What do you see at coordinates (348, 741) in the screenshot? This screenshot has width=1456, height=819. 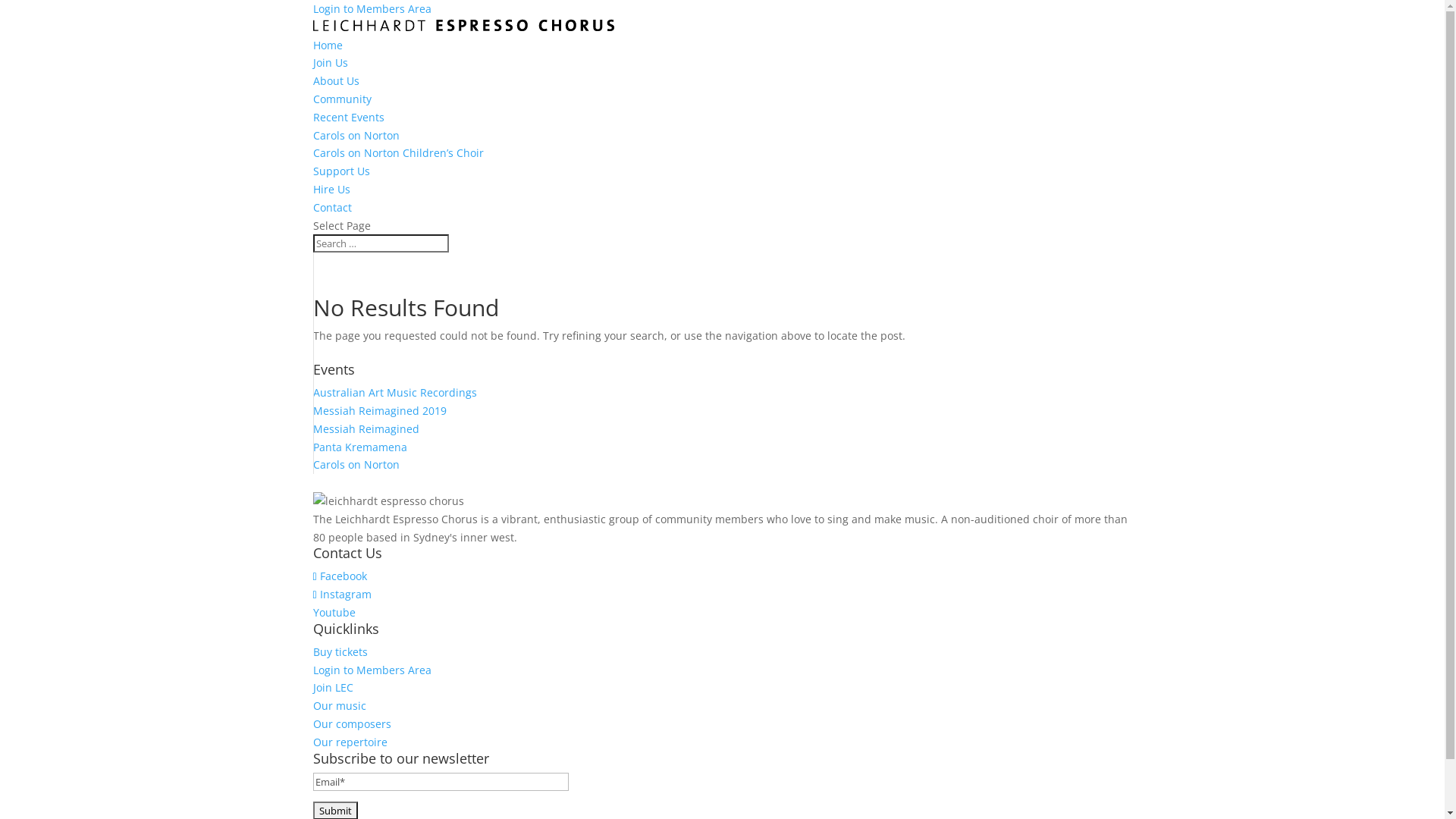 I see `'Our repertoire'` at bounding box center [348, 741].